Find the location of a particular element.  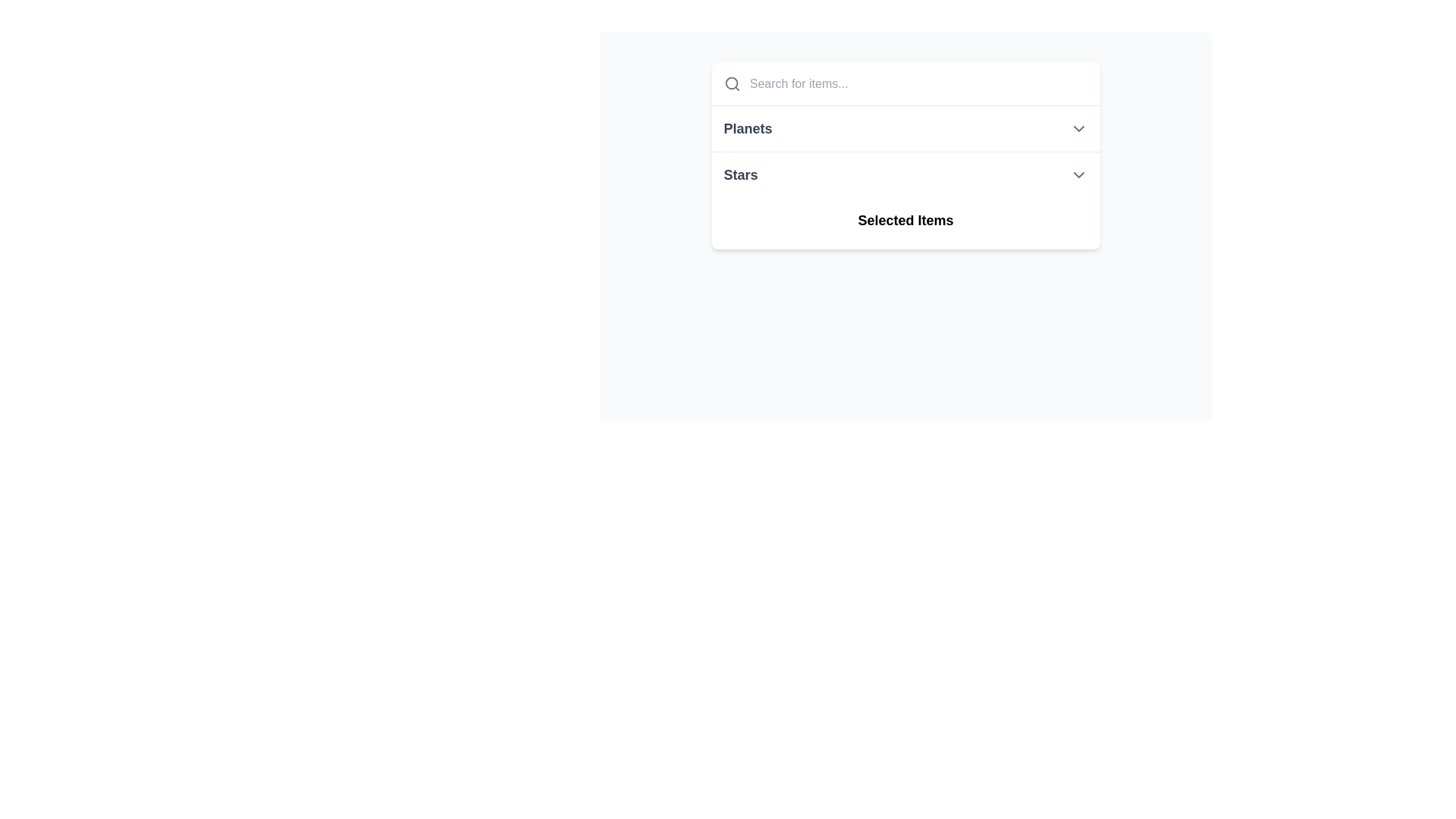

the chevron-down icon located at the far right of the 'Stars' bar is located at coordinates (1078, 174).